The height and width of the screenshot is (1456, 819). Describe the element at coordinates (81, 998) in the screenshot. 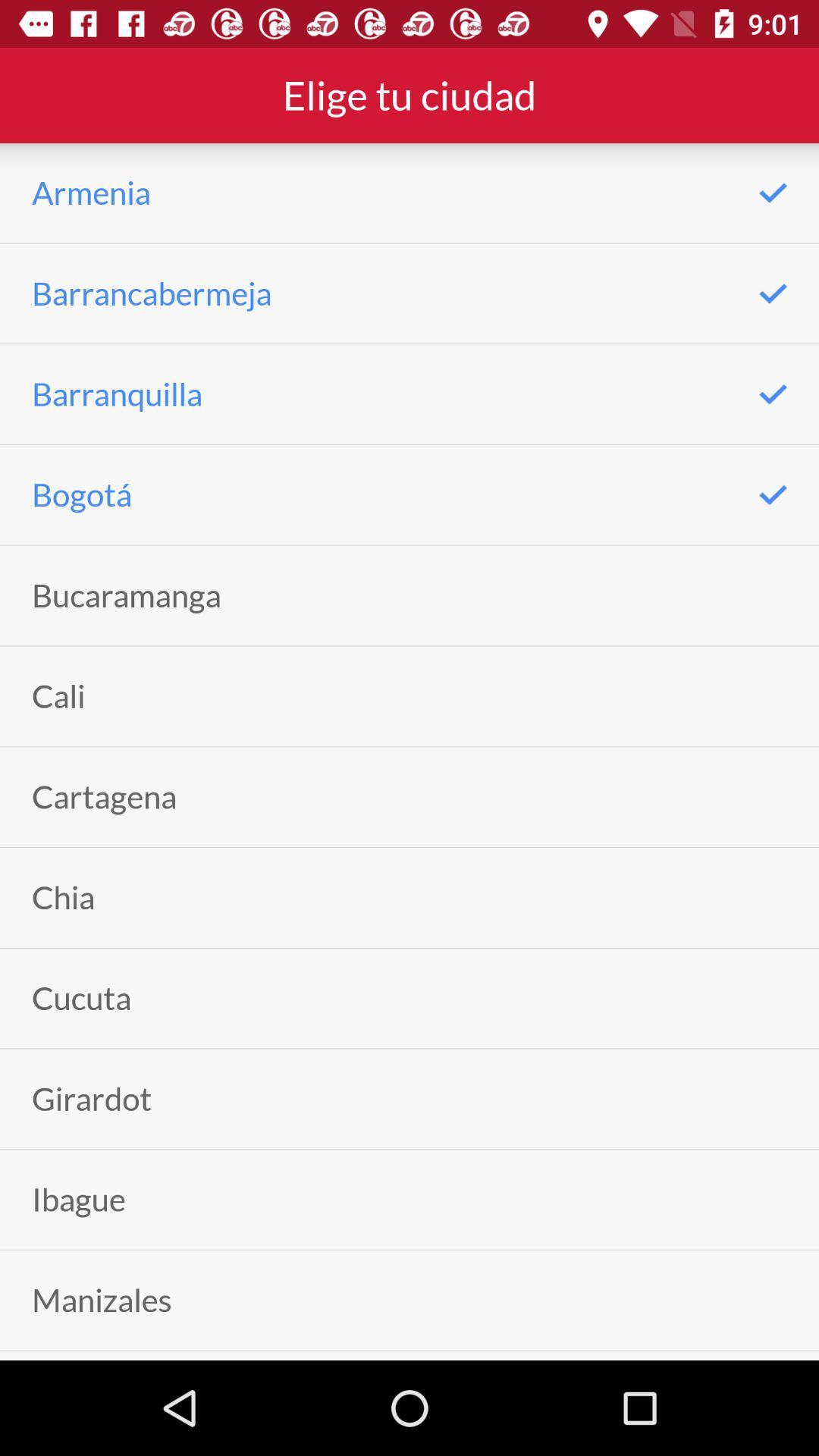

I see `cucuta icon` at that location.